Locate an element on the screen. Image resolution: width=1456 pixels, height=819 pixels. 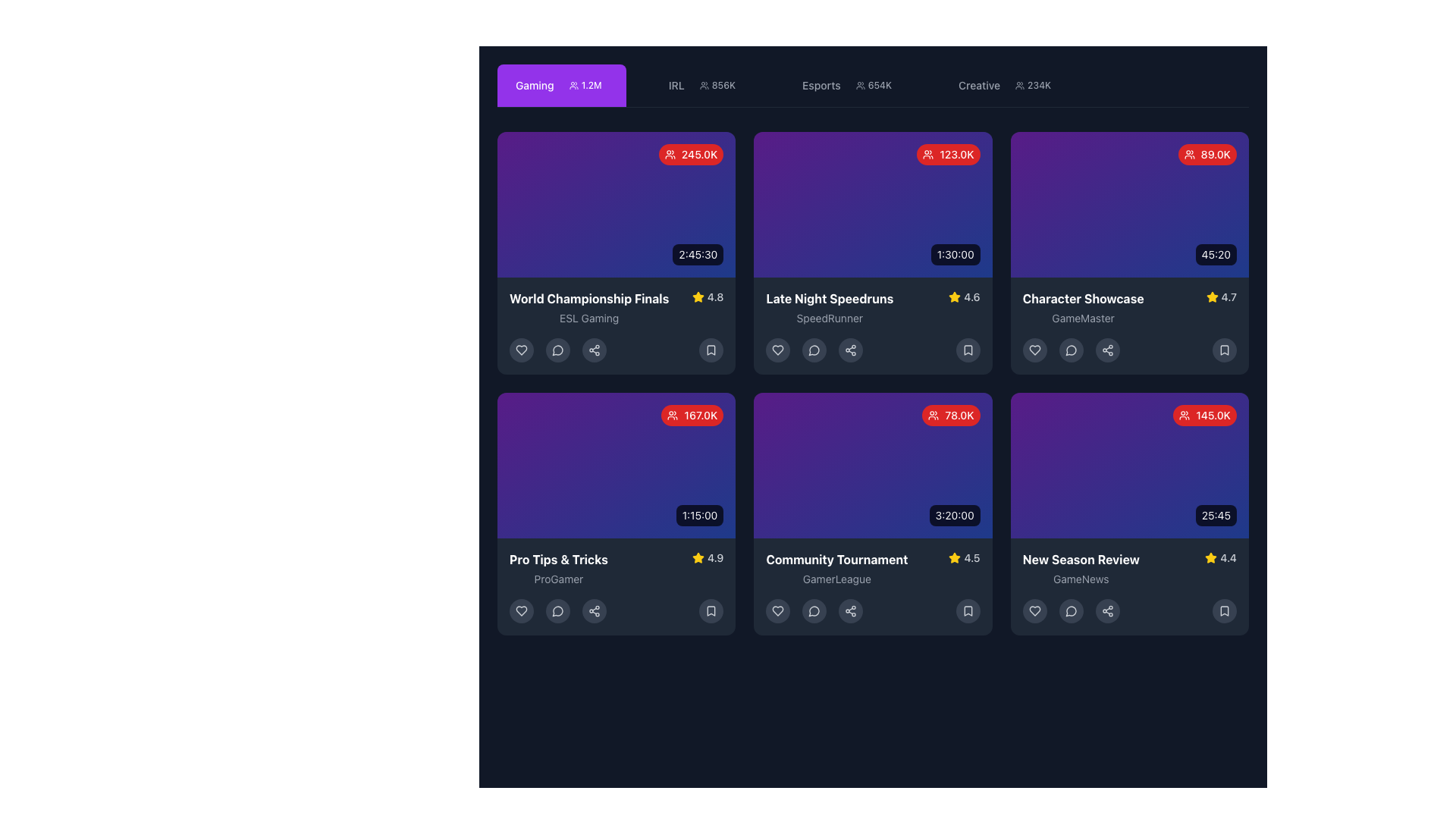
the Informative badge displaying the count or metric related to the 'Gaming' category, located in the header section next to the 'Gaming' label is located at coordinates (585, 85).